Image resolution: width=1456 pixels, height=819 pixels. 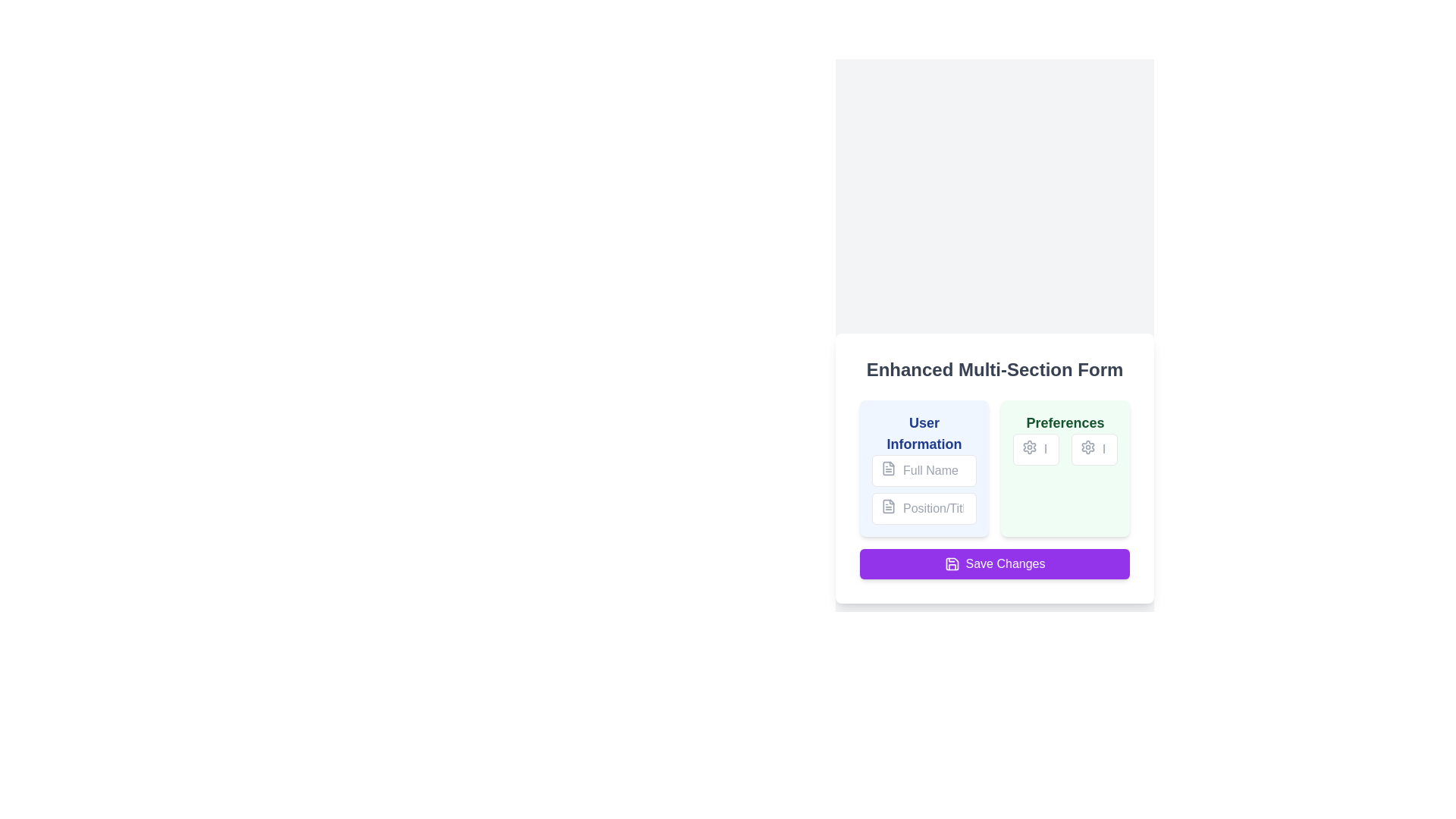 What do you see at coordinates (951, 564) in the screenshot?
I see `the 'Save Changes' button, which contains a floppy disk icon representing the save action` at bounding box center [951, 564].